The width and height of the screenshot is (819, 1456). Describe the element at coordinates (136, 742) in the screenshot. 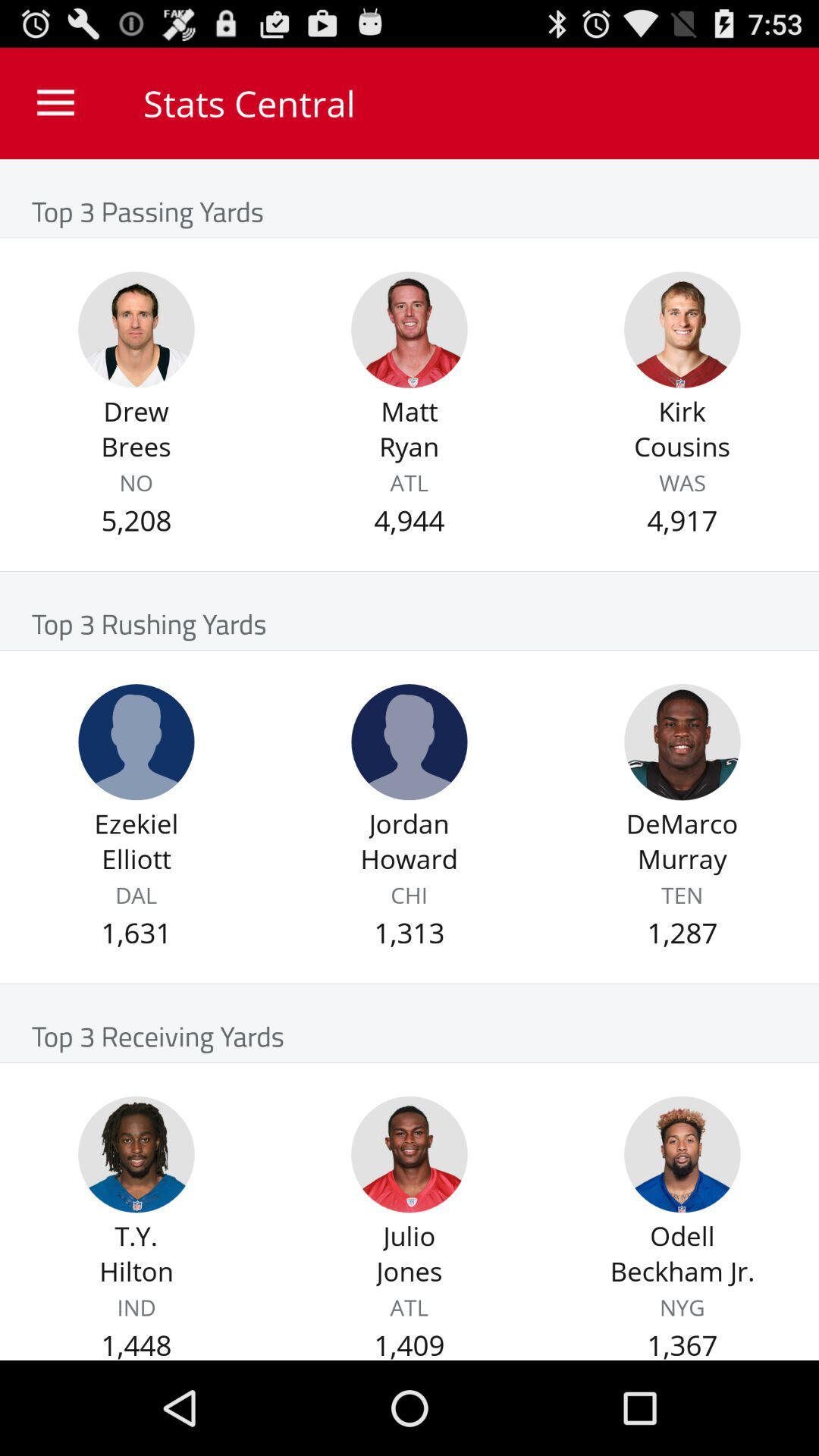

I see `show information for player` at that location.